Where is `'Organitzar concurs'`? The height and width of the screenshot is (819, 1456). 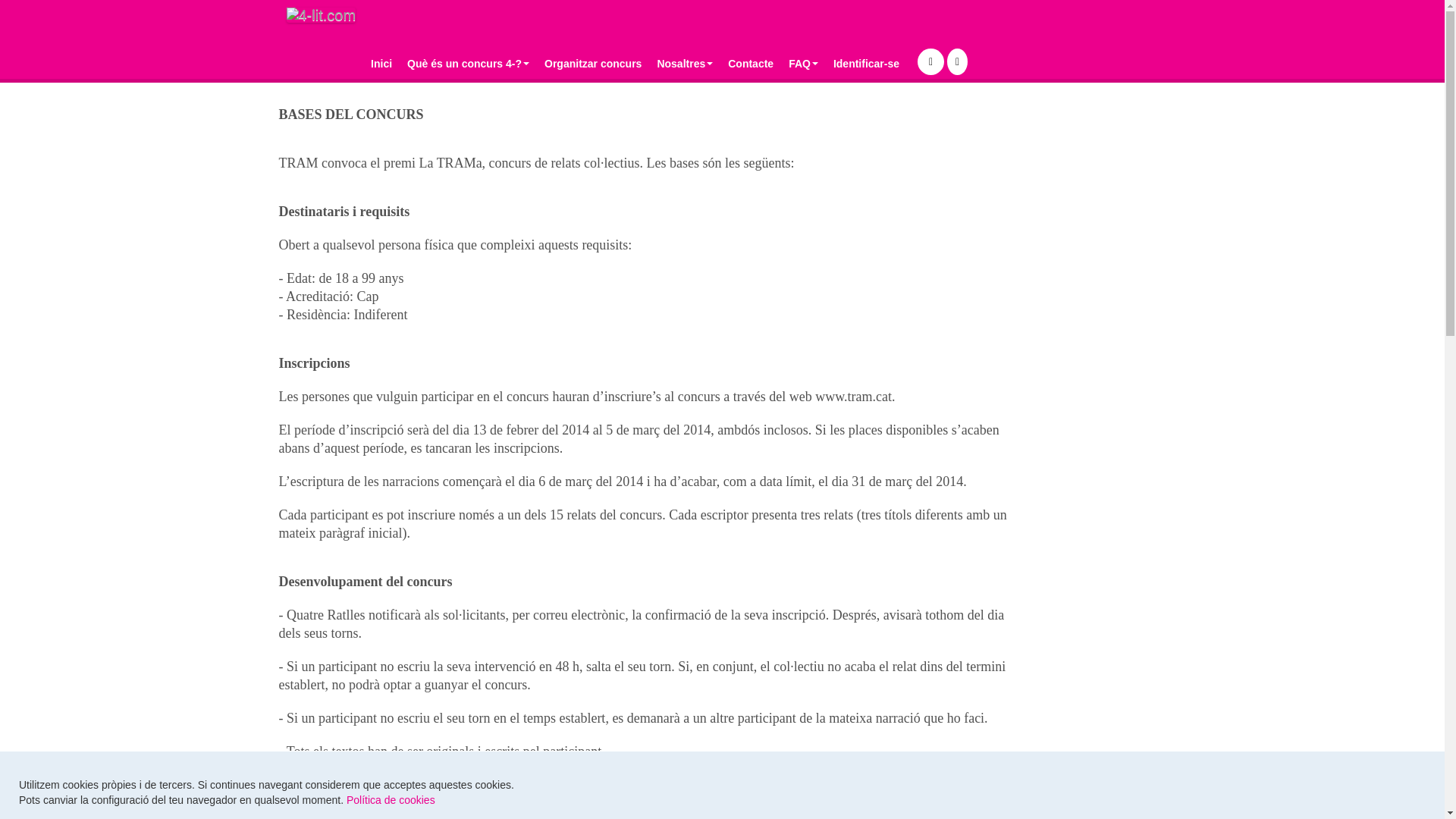
'Organitzar concurs' is located at coordinates (537, 63).